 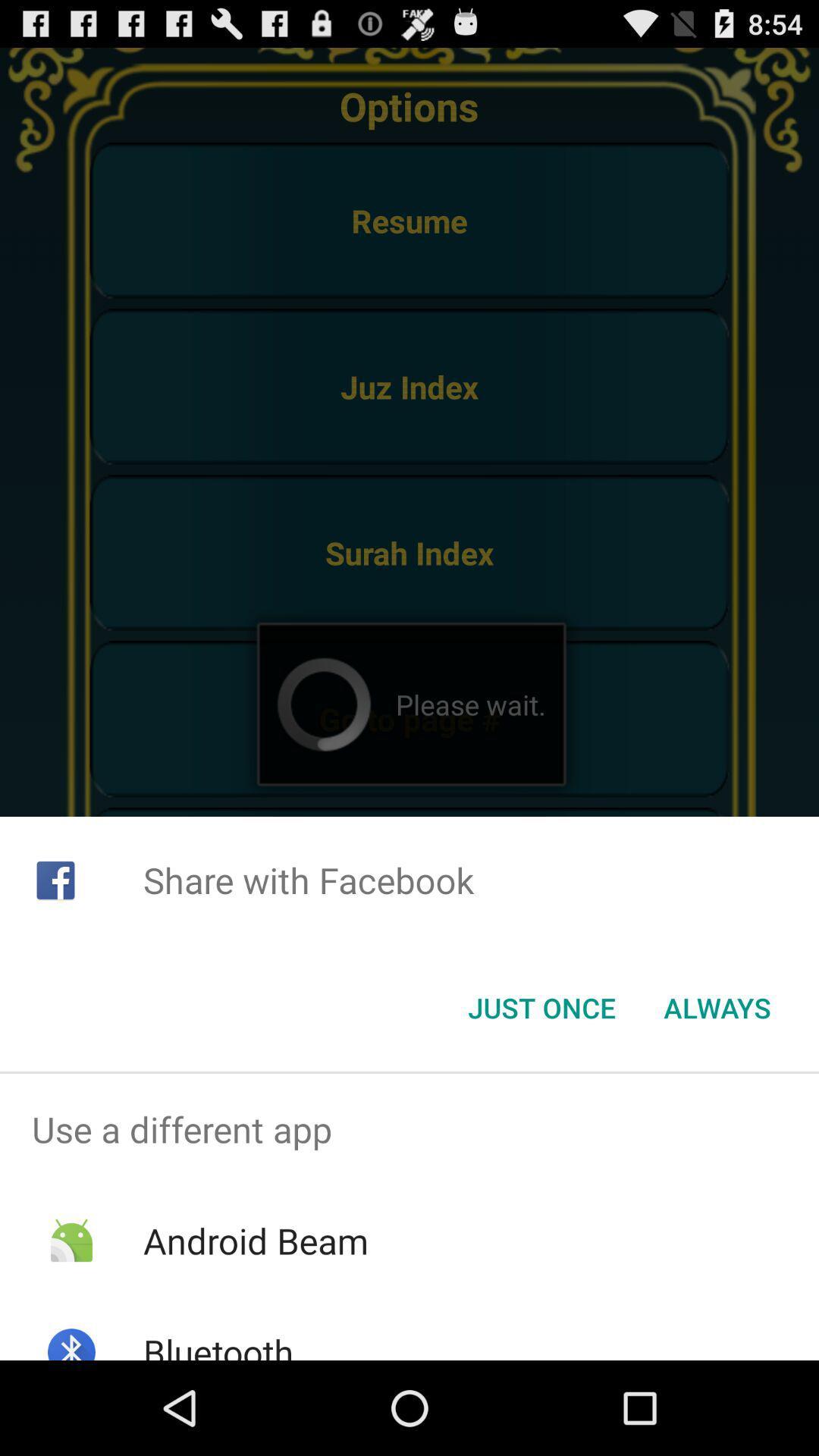 What do you see at coordinates (717, 1008) in the screenshot?
I see `always` at bounding box center [717, 1008].